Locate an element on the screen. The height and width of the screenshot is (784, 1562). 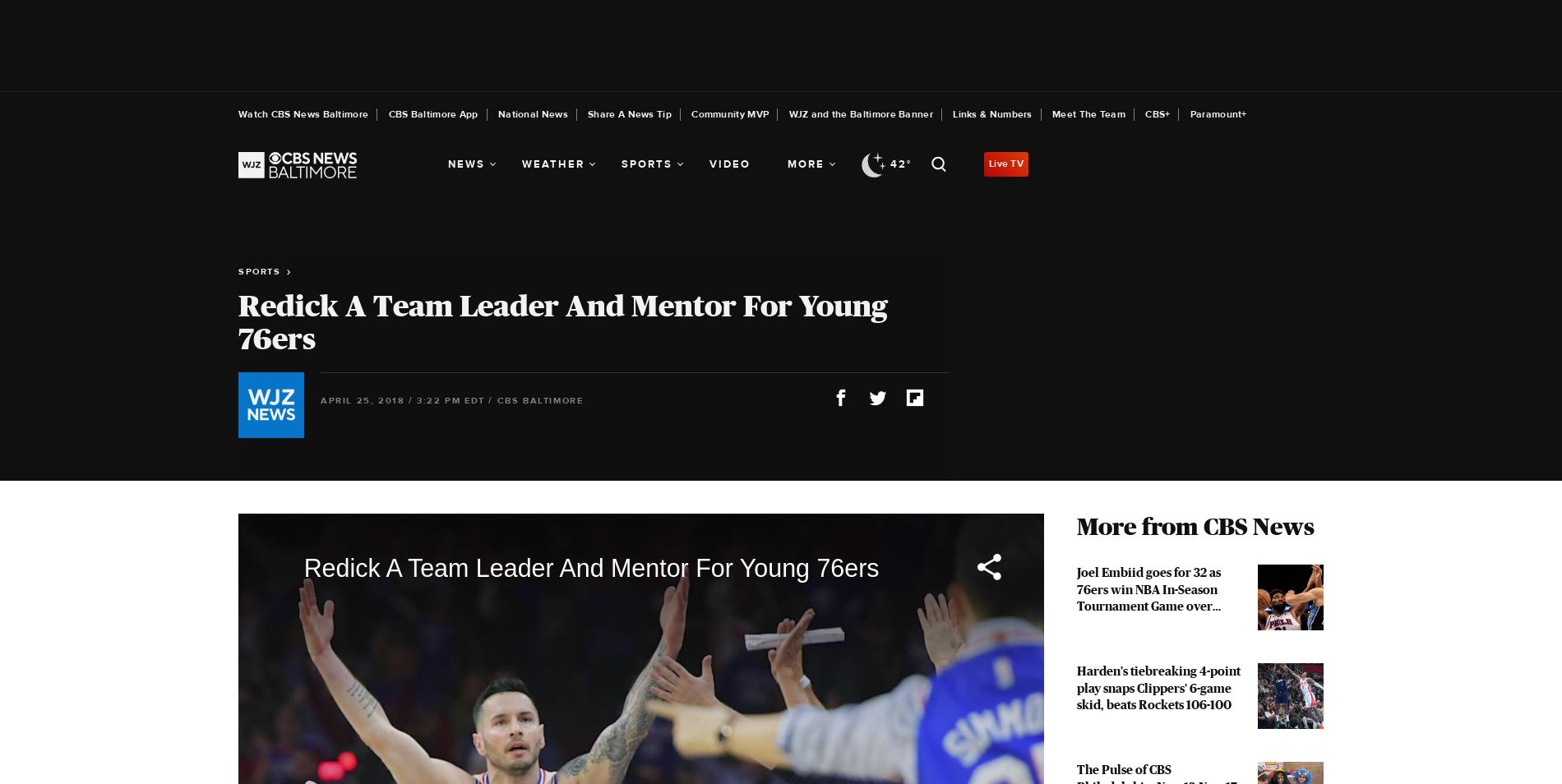
'CBS Baltimore App' is located at coordinates (432, 113).